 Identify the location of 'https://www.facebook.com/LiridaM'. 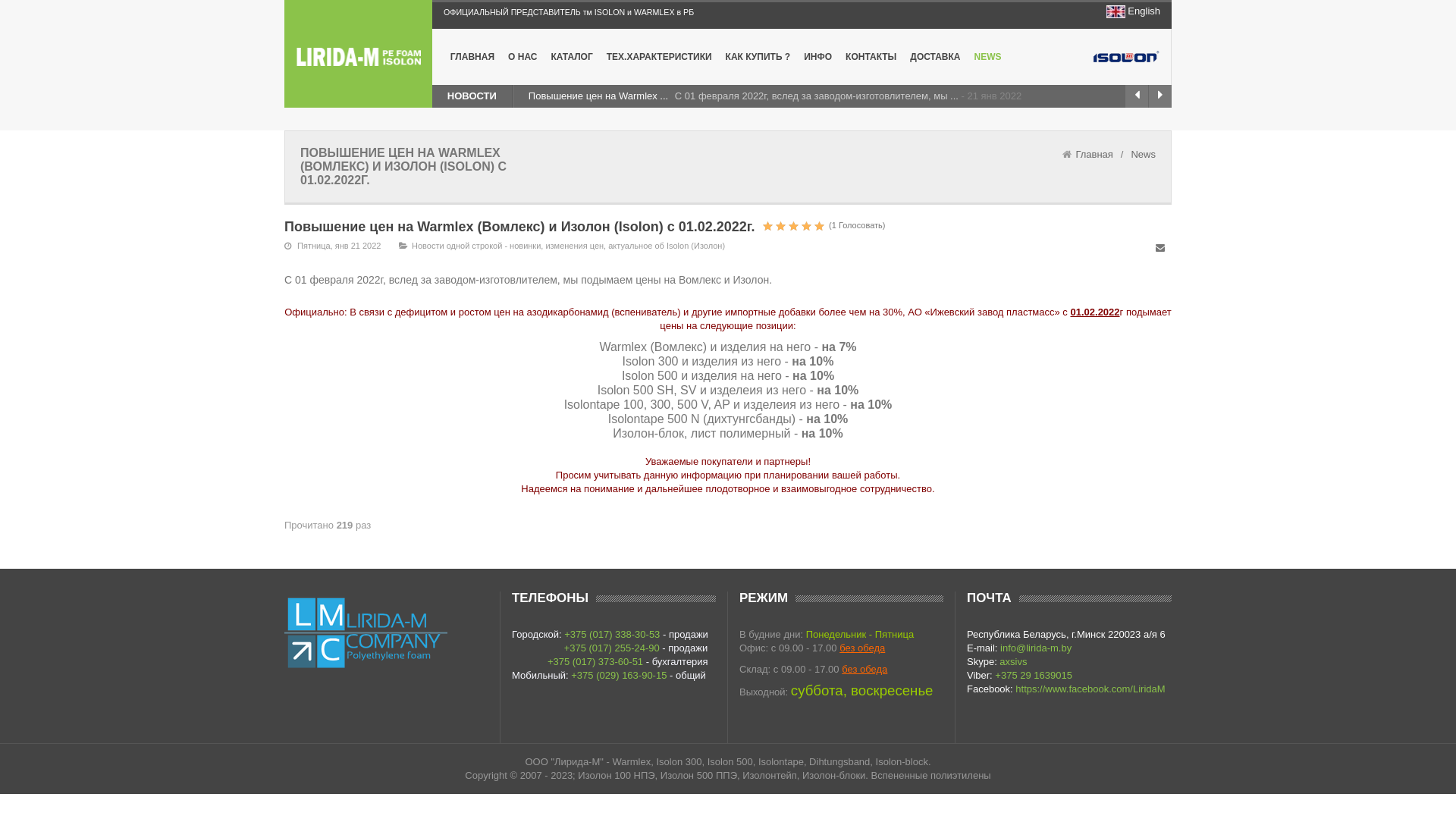
(1015, 689).